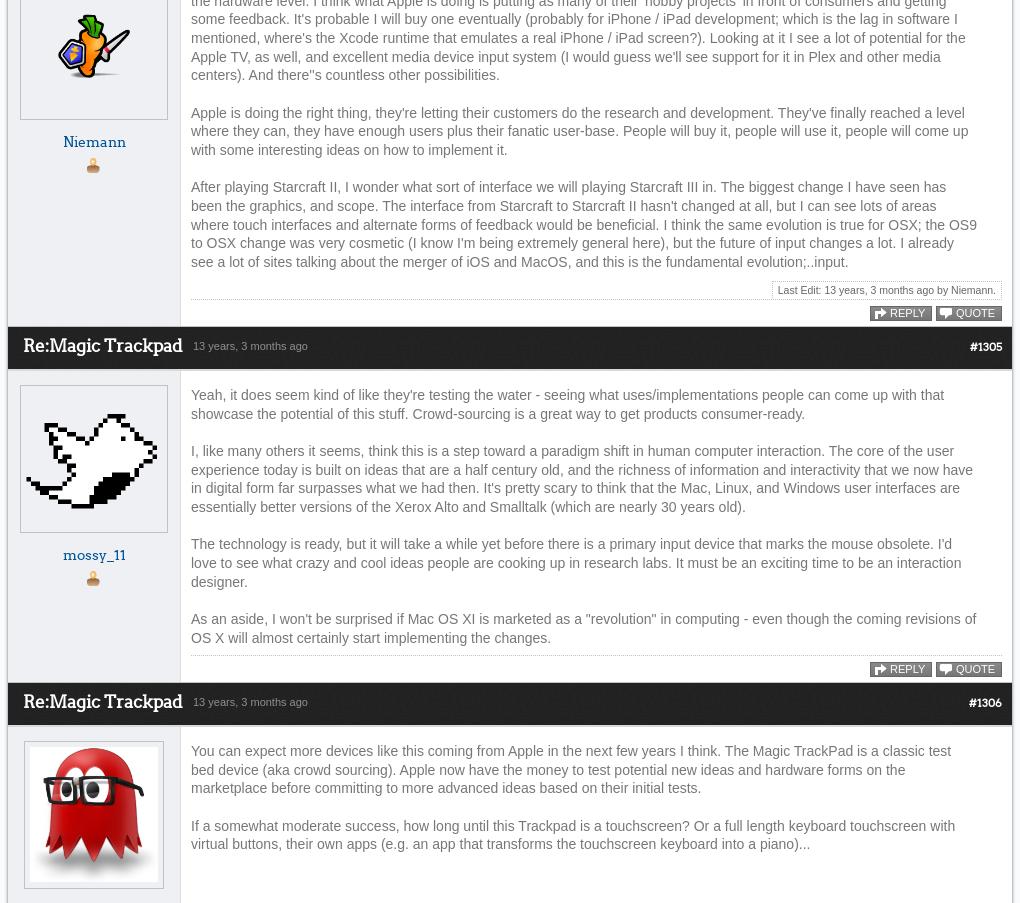  What do you see at coordinates (583, 224) in the screenshot?
I see `'After playing Starcraft II, I wonder what sort of interface we will playing Starcraft III in.  The biggest change I have seen has been the graphics, and scope.  The interface from Starcraft to Starcraft II hasn't changed at all, but I can see lots of areas where touch interfaces and alternate forms of feedback would be beneficial.  I think the same evolution is true for OSX; the OS9 to OSX change was very cosmetic (I know I'm being extremely general here), but the future of input changes a lot.  I already see a lot of sites talking about the merger of iOS and MacOS, and this is the fundamental evolution;..input.'` at bounding box center [583, 224].